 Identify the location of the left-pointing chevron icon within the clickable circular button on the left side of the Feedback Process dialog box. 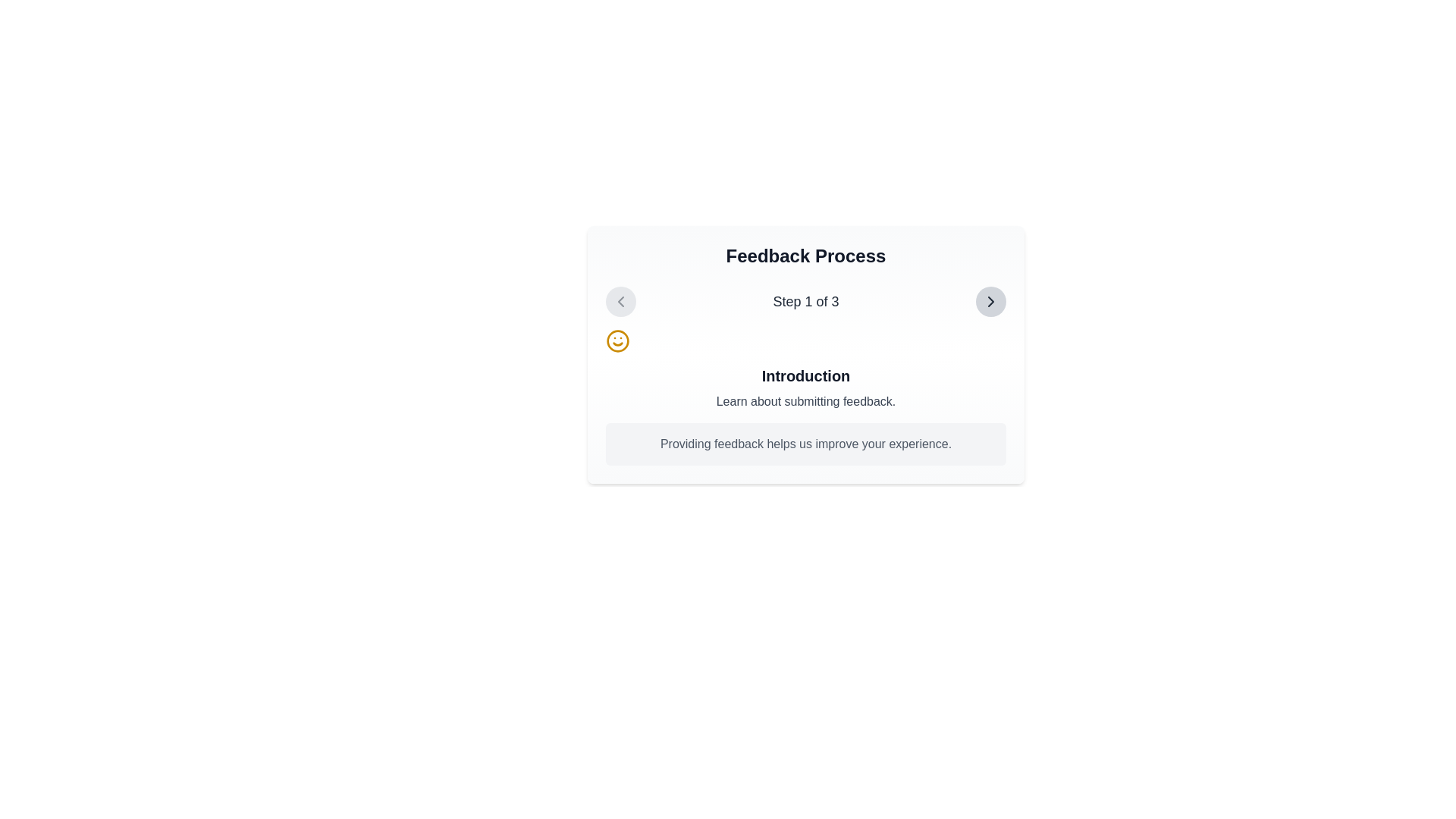
(621, 301).